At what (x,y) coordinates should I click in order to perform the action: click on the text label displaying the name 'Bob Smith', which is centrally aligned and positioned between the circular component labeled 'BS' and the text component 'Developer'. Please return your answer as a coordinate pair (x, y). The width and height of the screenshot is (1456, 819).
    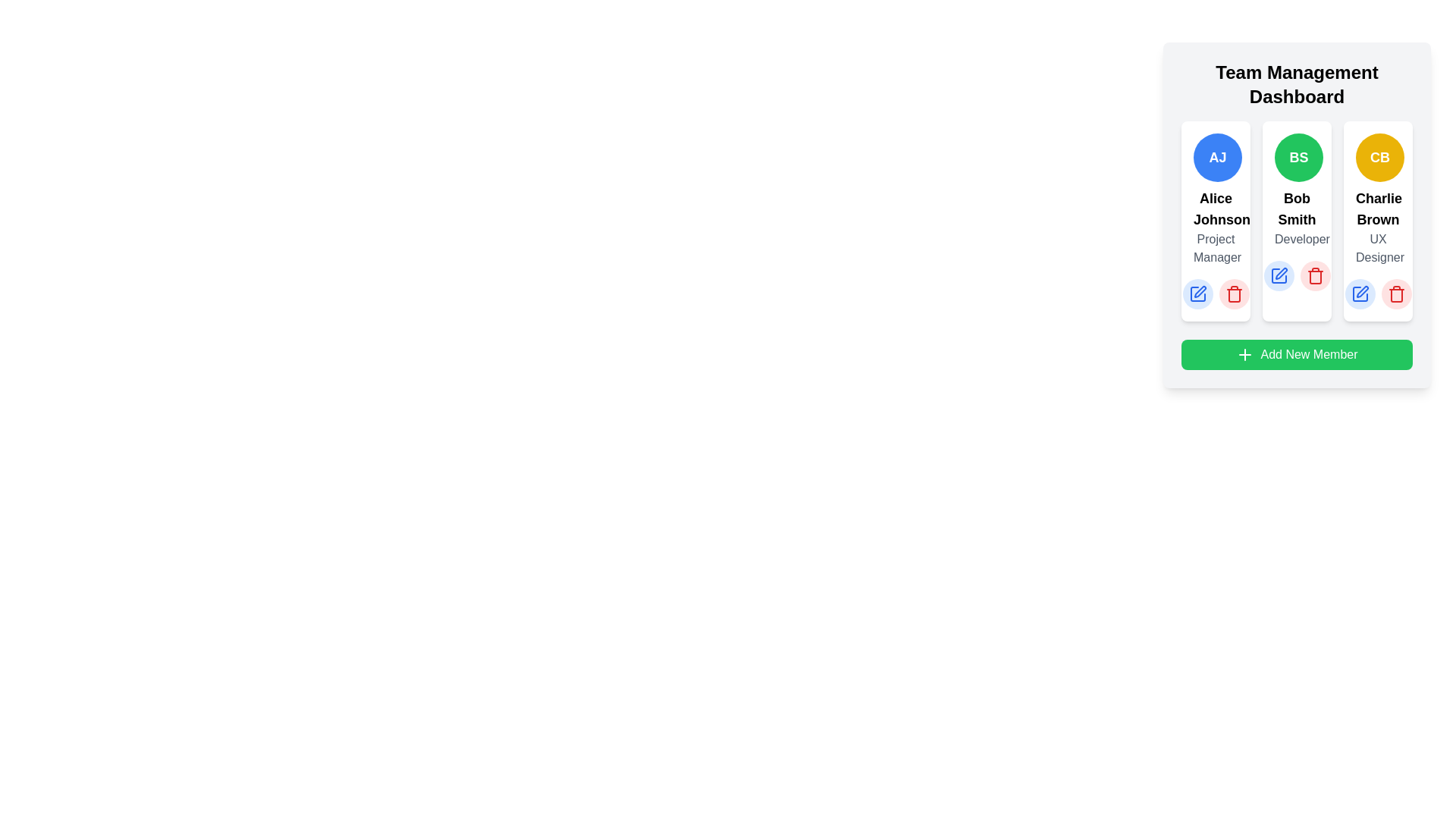
    Looking at the image, I should click on (1296, 209).